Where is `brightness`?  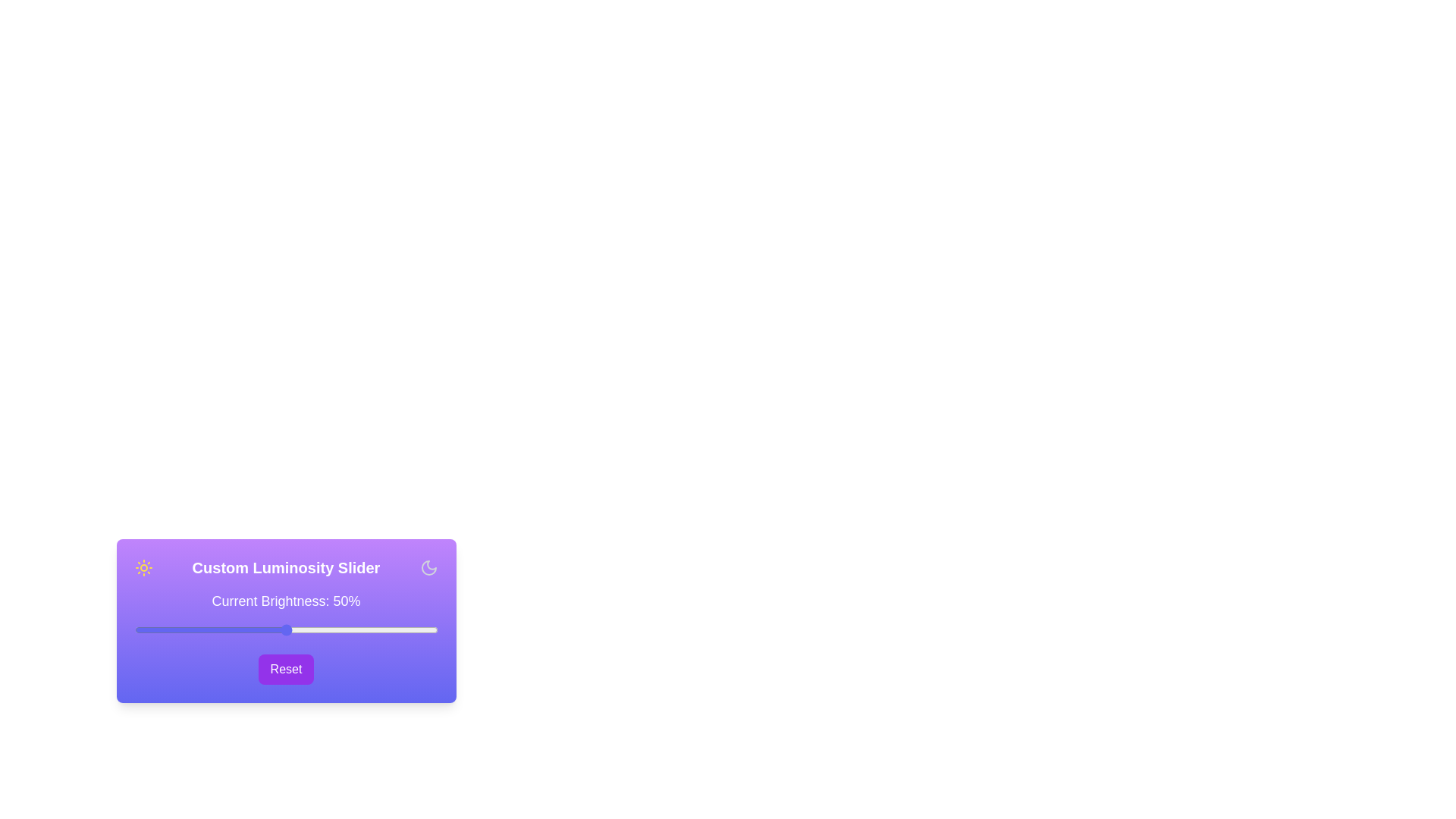
brightness is located at coordinates (407, 629).